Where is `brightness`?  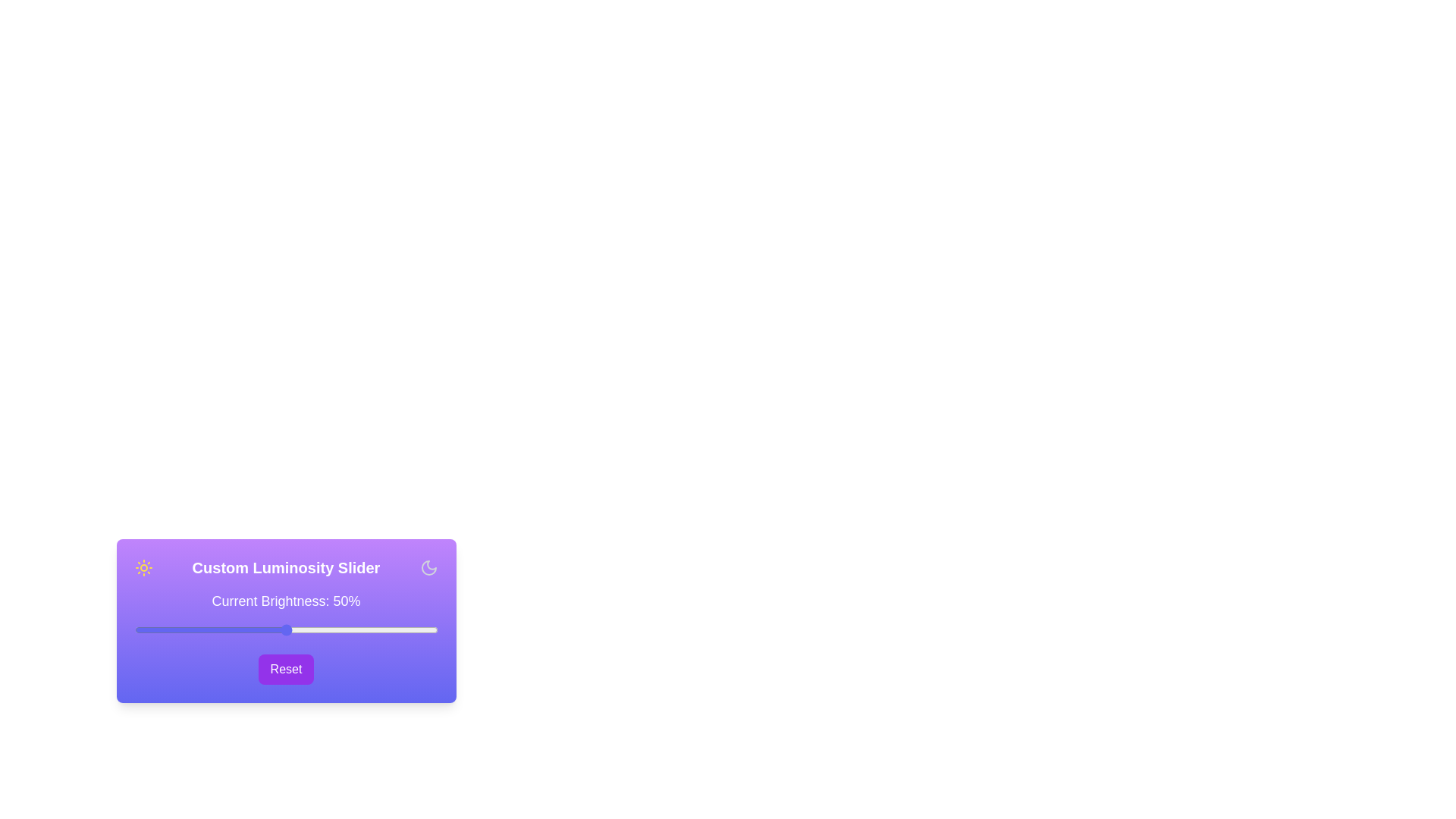
brightness is located at coordinates (407, 629).